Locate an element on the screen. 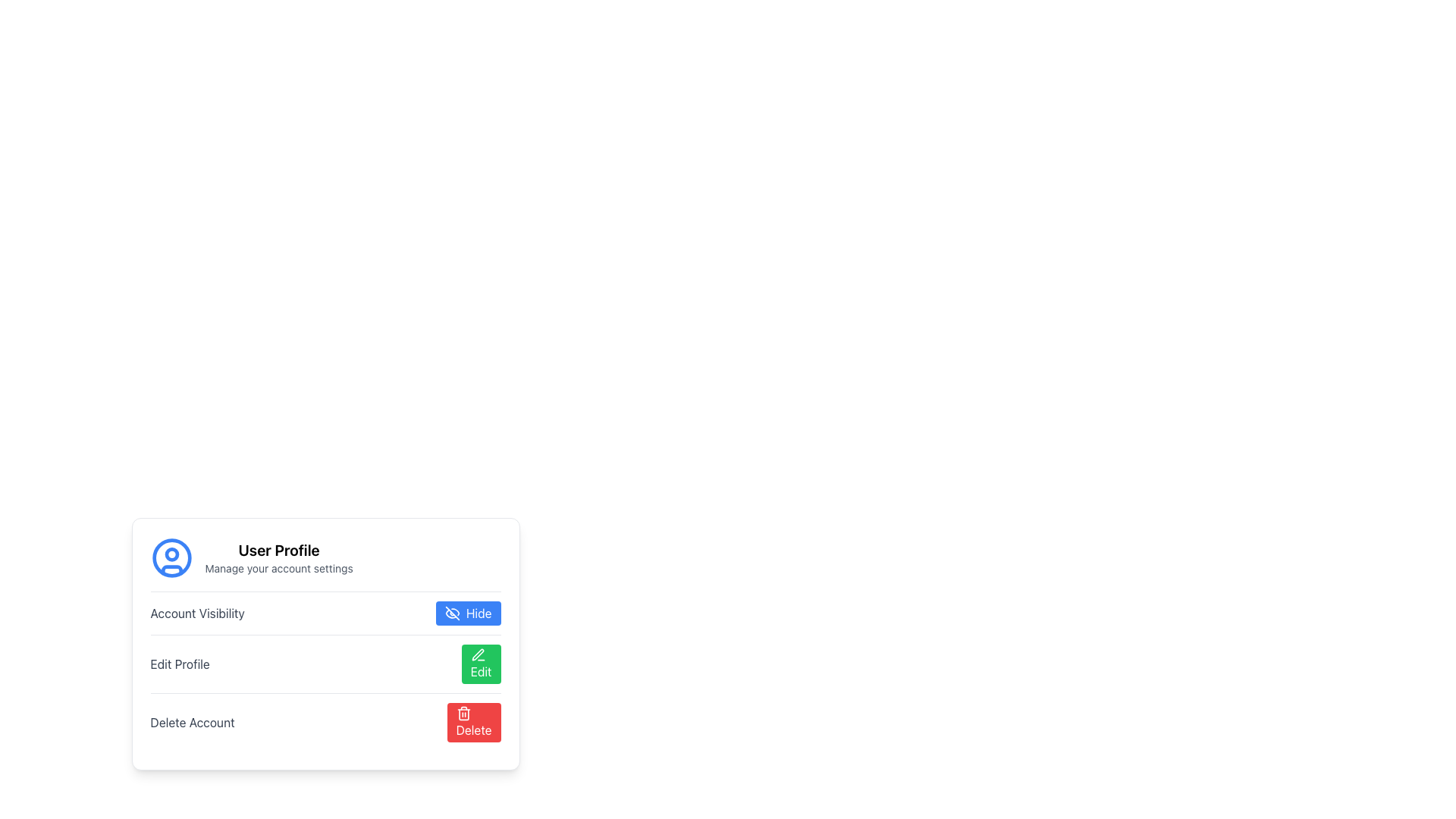  the 'Hide' SVG Icon located within the 'Account Visibility' section of the user profile interface to focus on it using keyboard navigation is located at coordinates (451, 613).